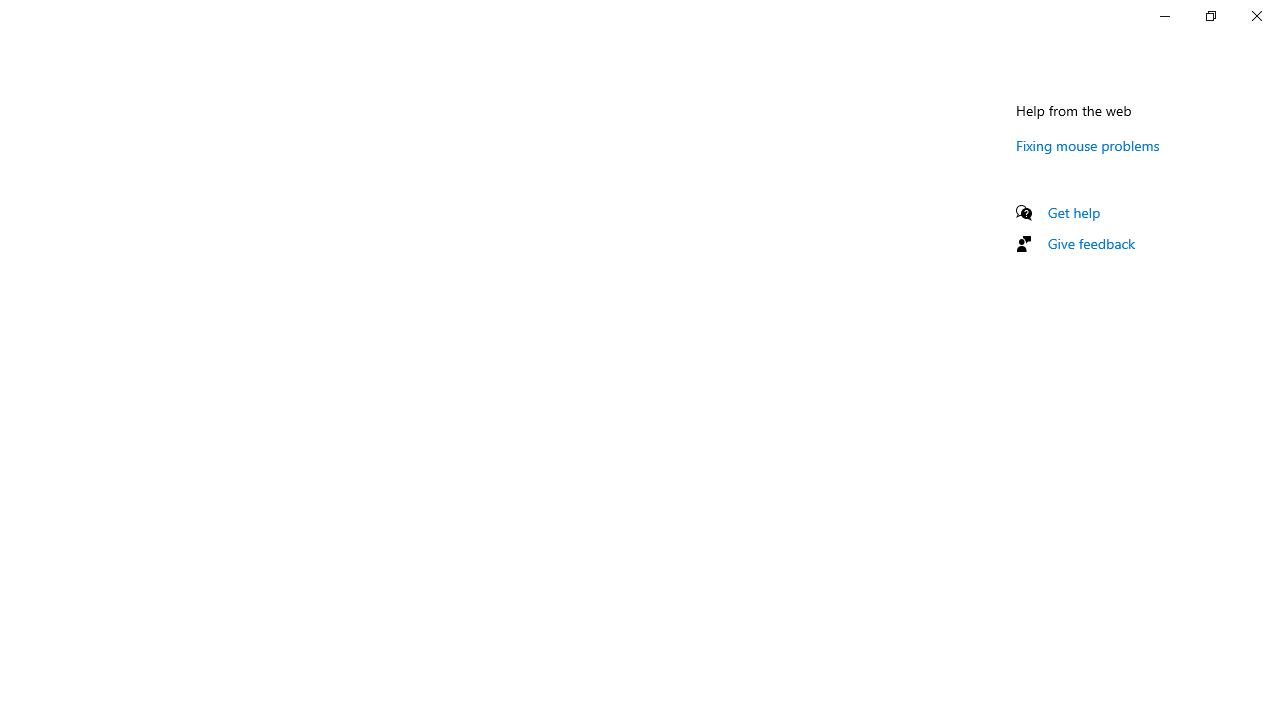 The height and width of the screenshot is (720, 1280). I want to click on 'Give feedback', so click(1090, 242).